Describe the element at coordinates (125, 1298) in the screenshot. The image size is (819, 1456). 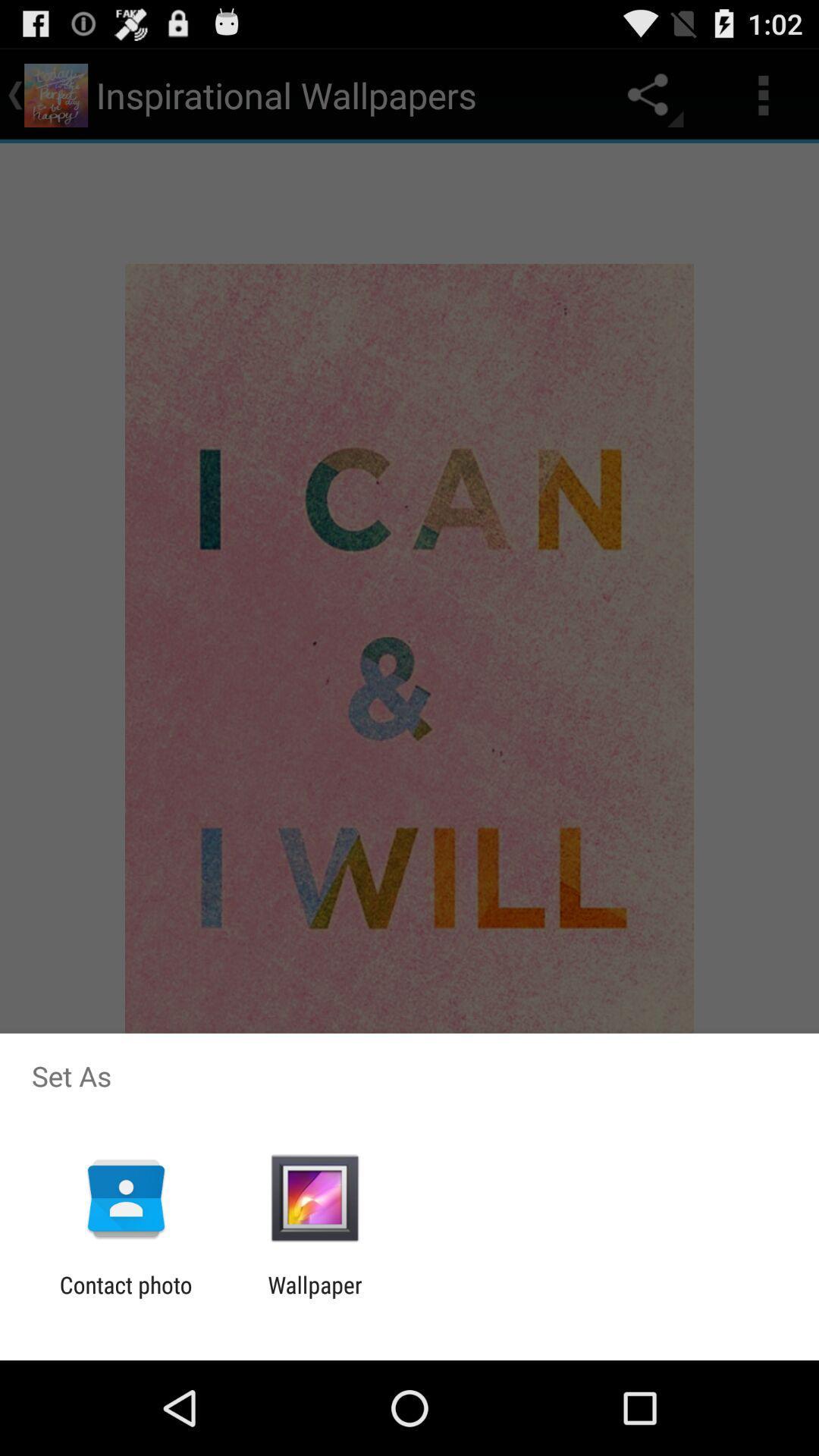
I see `the icon next to the wallpaper` at that location.